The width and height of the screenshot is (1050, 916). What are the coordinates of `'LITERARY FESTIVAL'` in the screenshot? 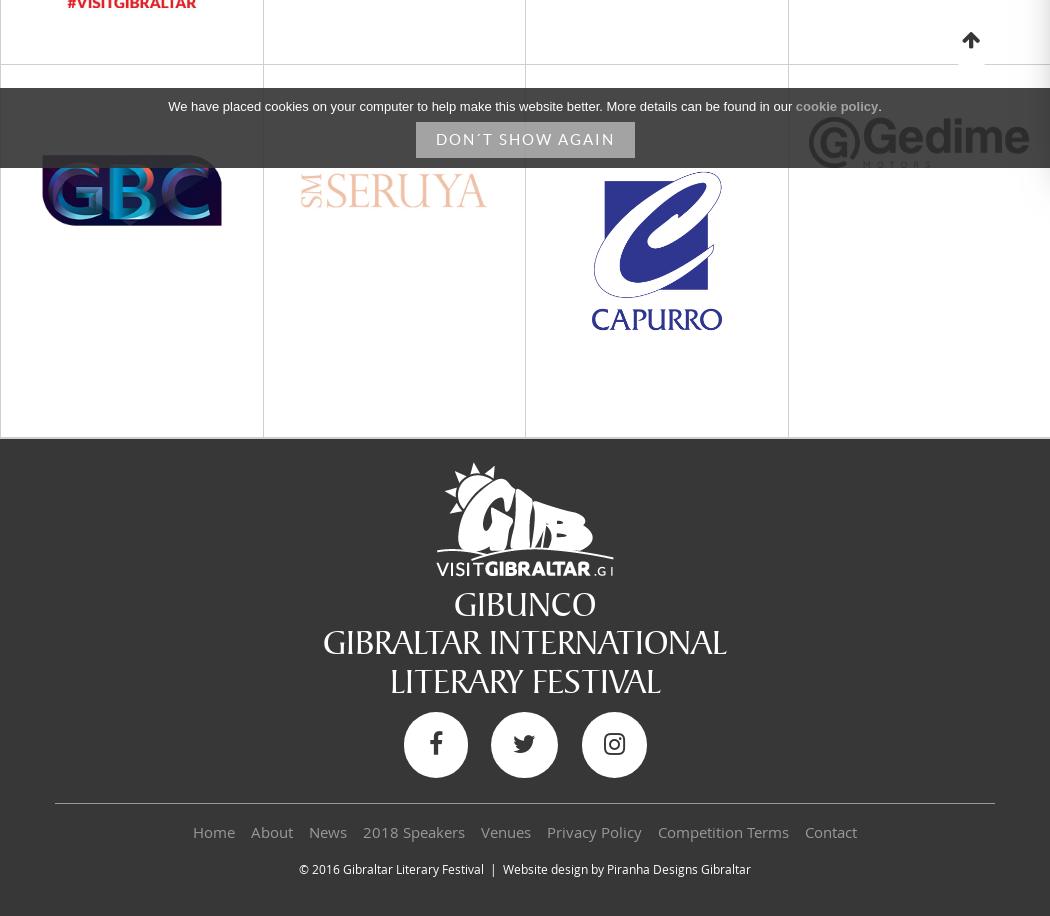 It's located at (523, 680).